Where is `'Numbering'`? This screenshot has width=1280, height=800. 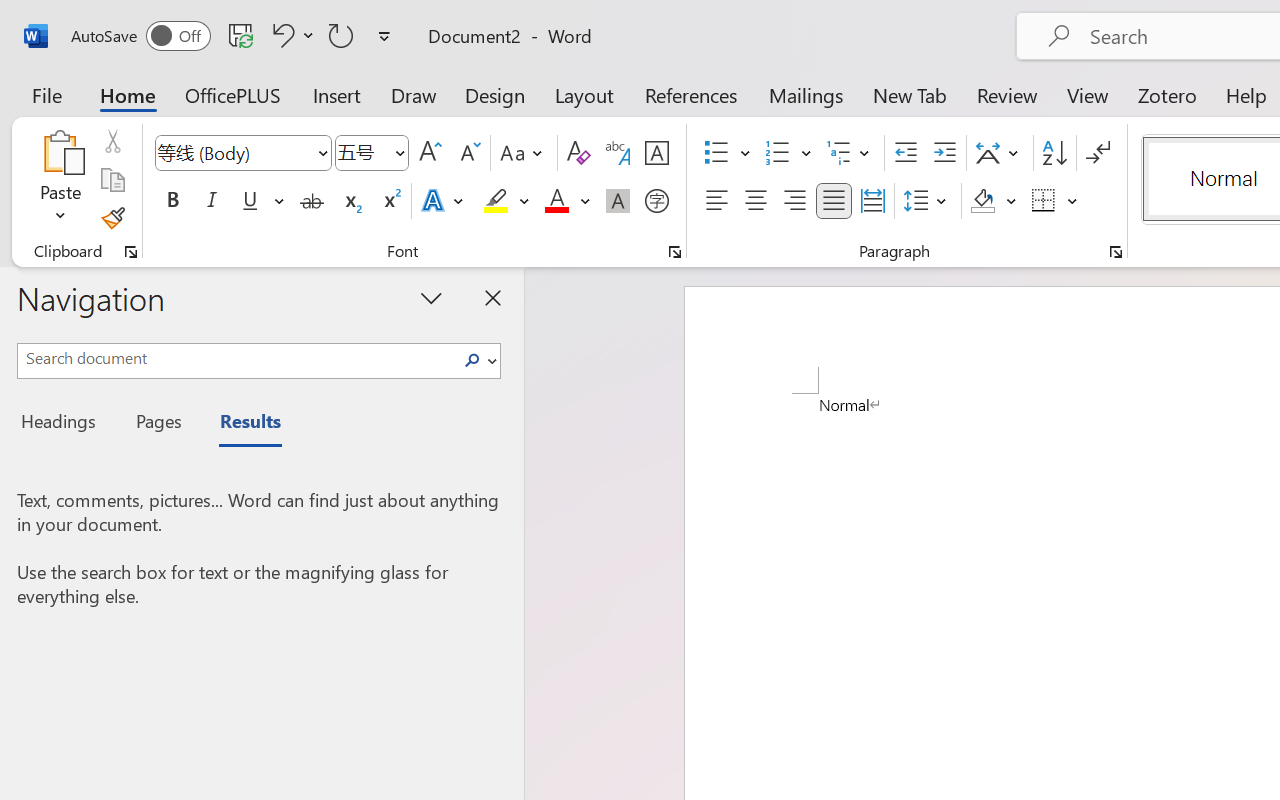 'Numbering' is located at coordinates (777, 153).